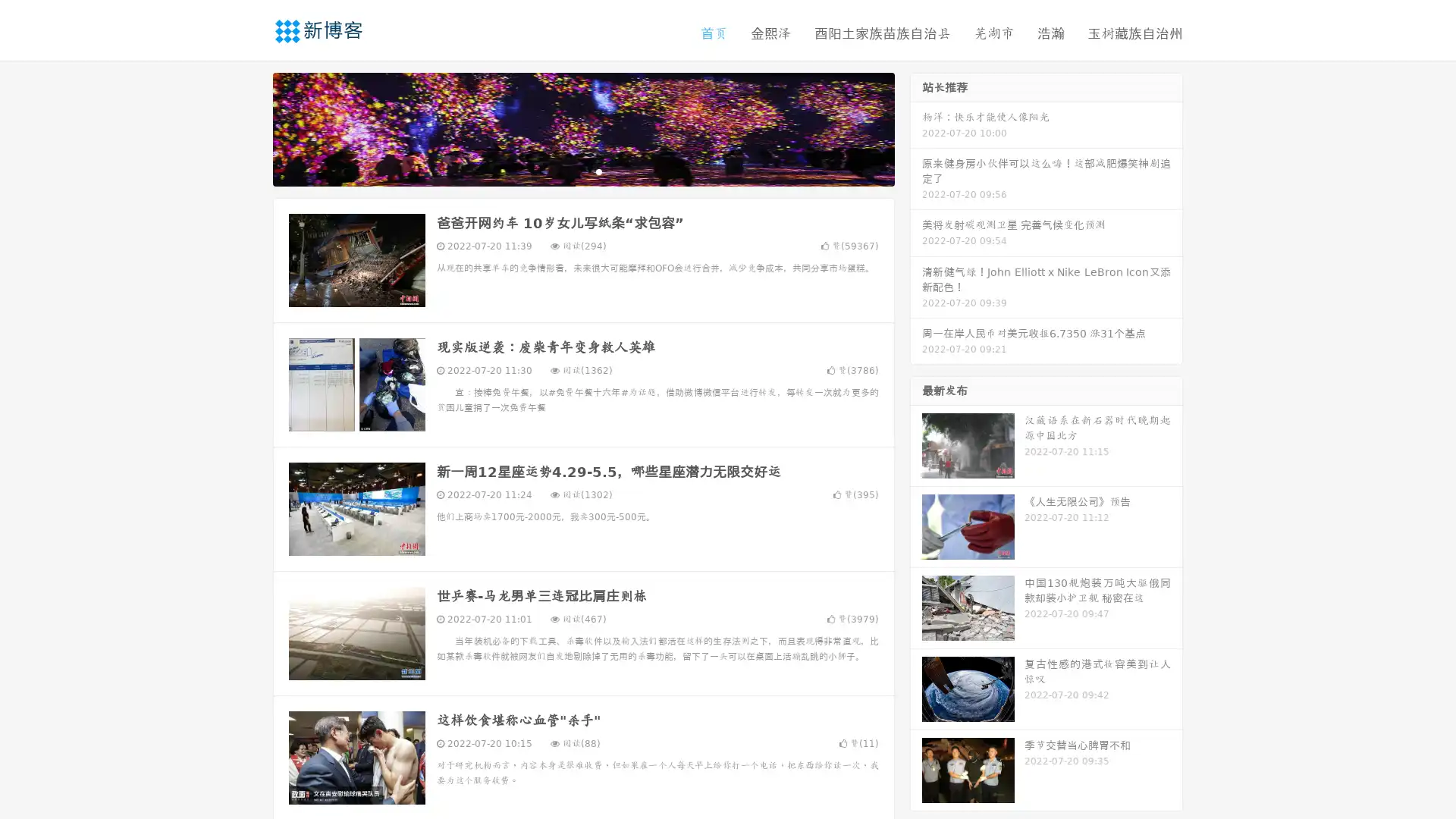 Image resolution: width=1456 pixels, height=819 pixels. What do you see at coordinates (582, 171) in the screenshot?
I see `Go to slide 2` at bounding box center [582, 171].